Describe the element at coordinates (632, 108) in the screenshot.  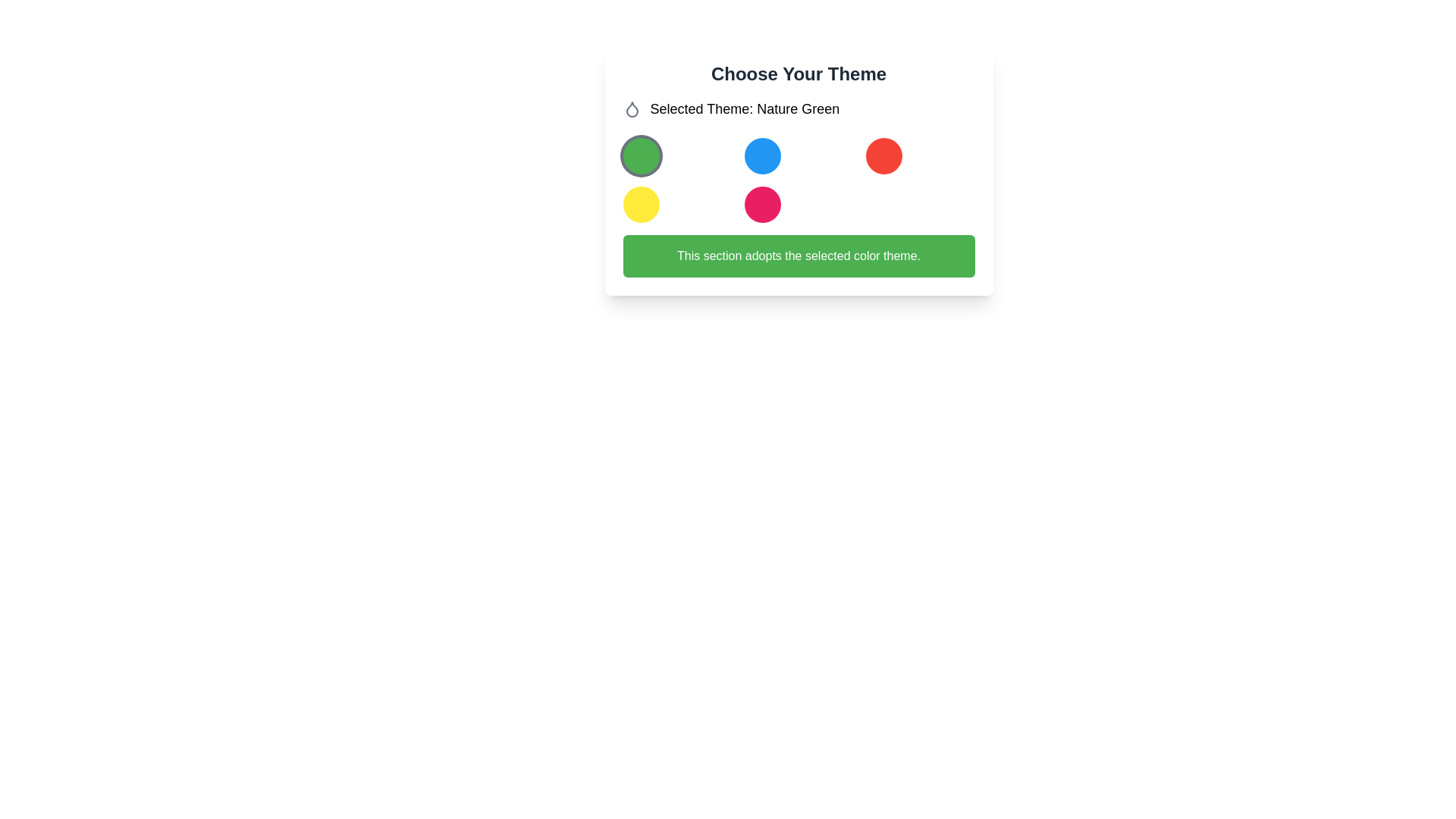
I see `the small light gray droplet icon located to the left of the text 'Selected Theme: Nature Green'` at that location.